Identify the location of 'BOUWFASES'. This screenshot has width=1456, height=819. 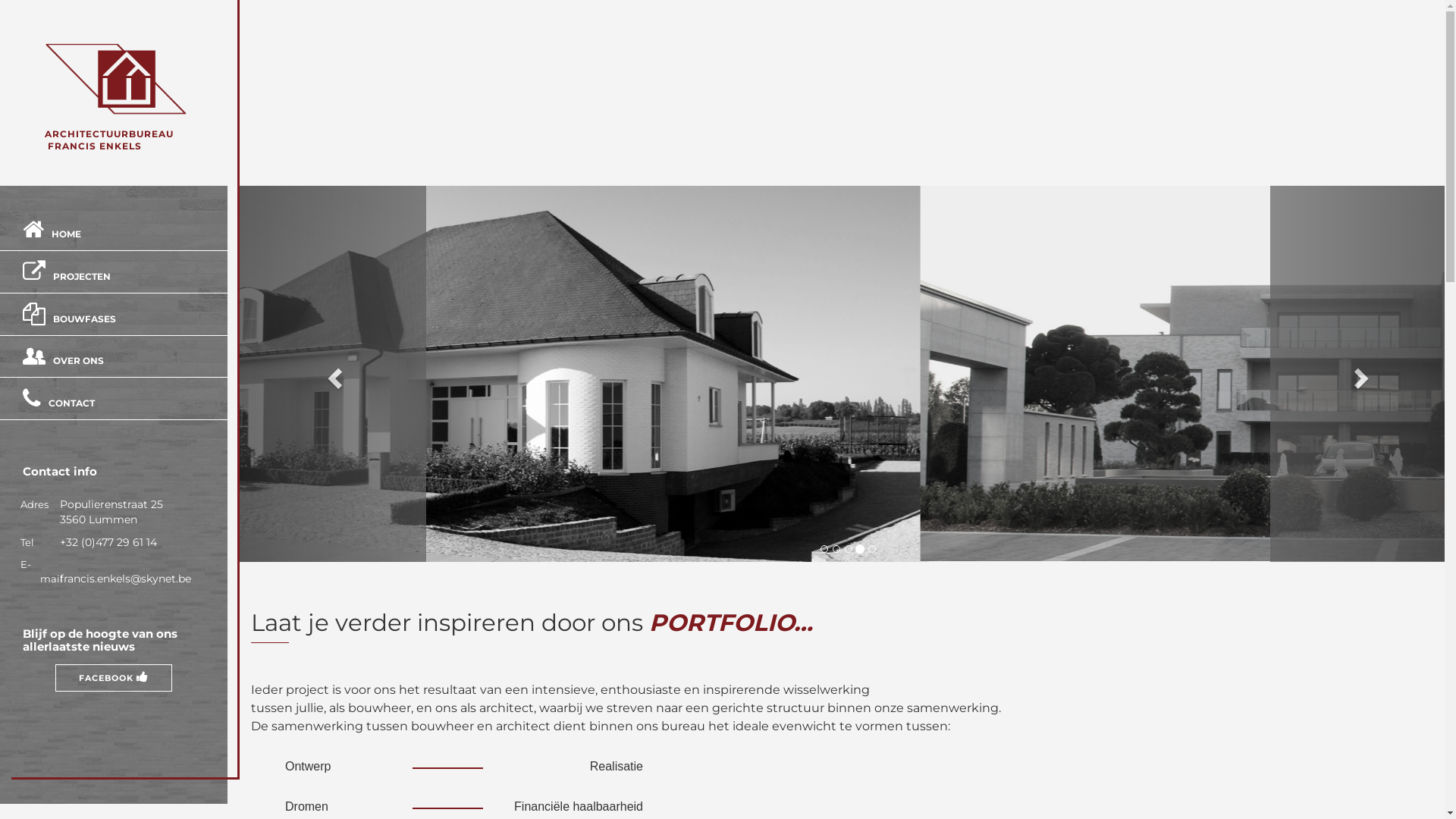
(83, 318).